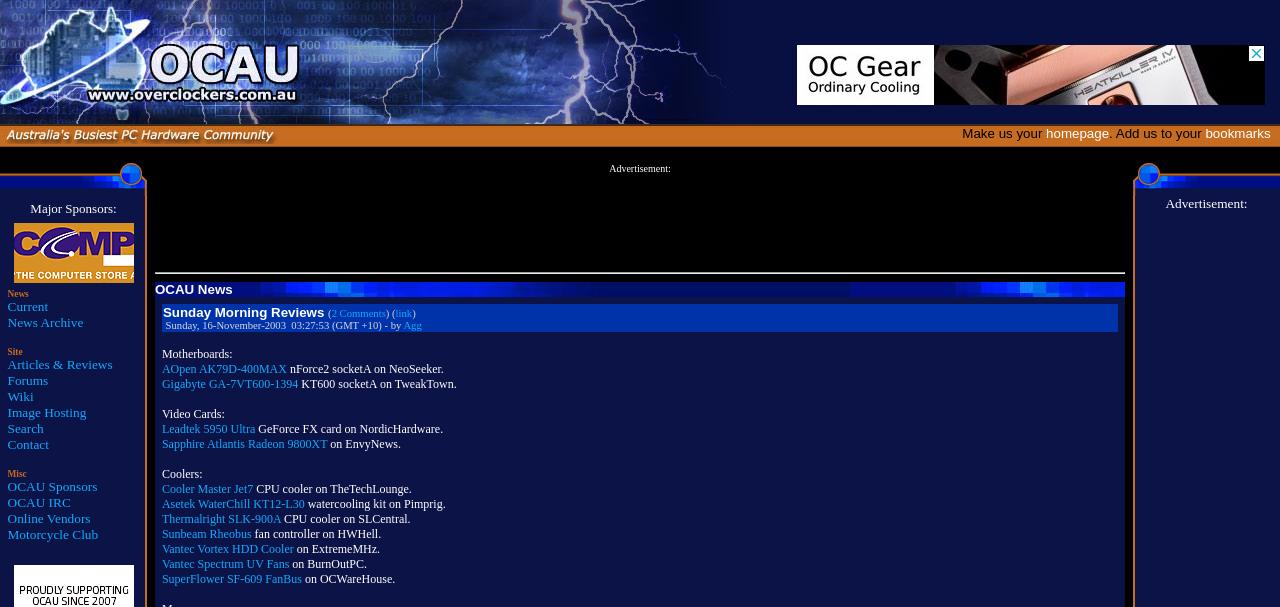  What do you see at coordinates (208, 429) in the screenshot?
I see `'Leadtek 5950 Ultra'` at bounding box center [208, 429].